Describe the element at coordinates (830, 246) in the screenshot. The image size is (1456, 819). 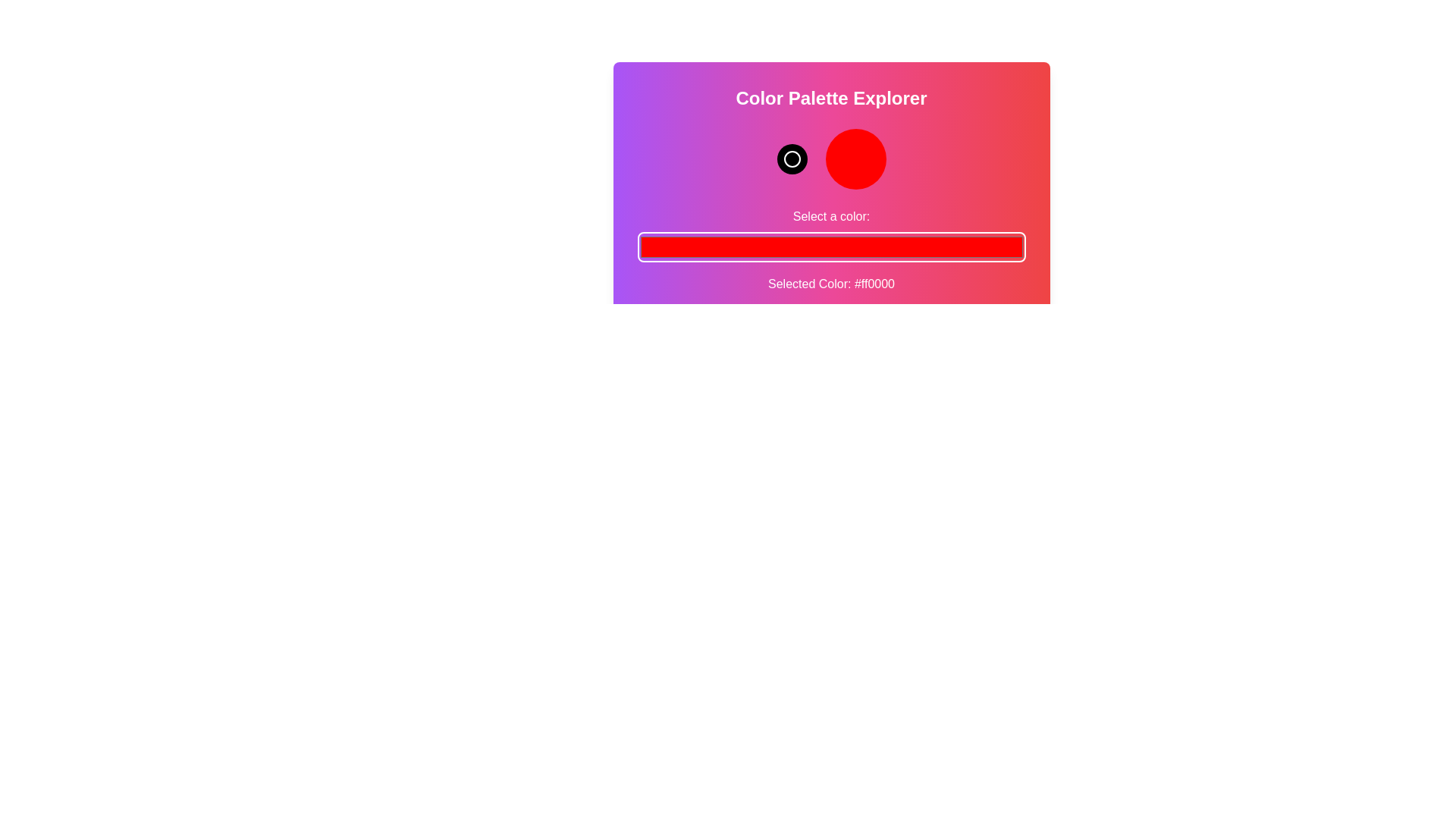
I see `the color picker to a specific color value 9546725` at that location.